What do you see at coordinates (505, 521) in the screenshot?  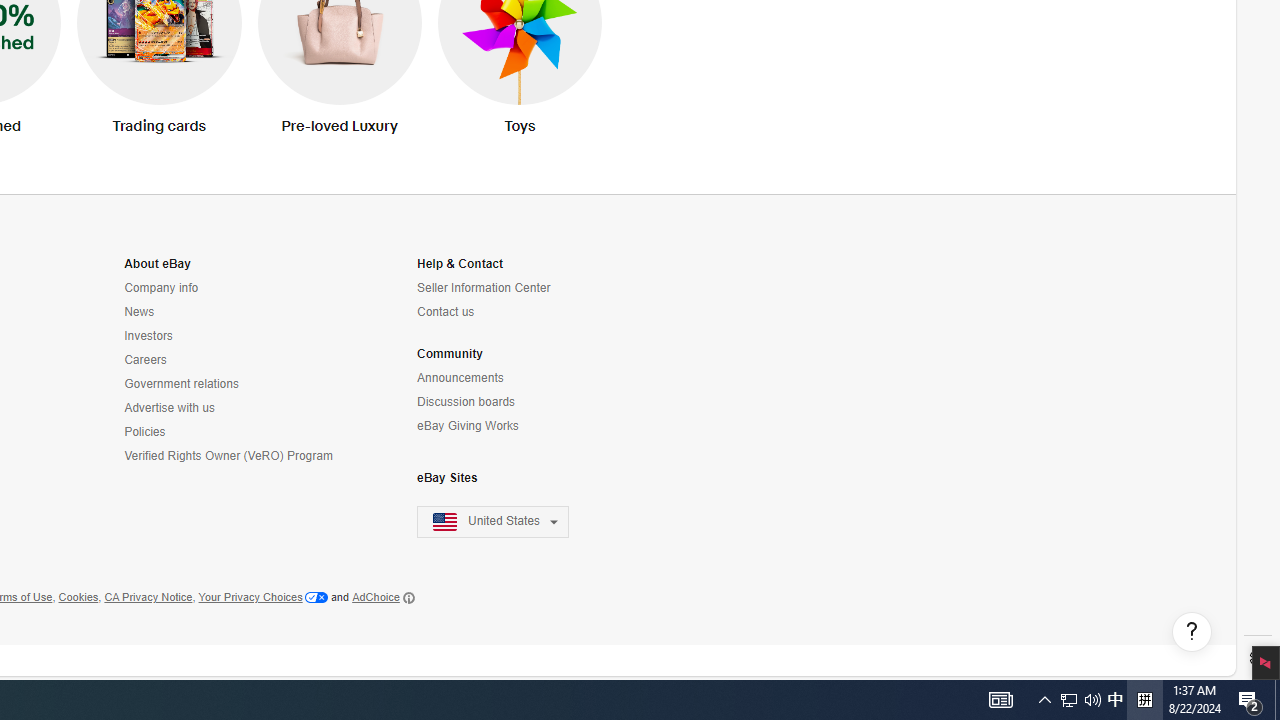 I see `'United States'` at bounding box center [505, 521].